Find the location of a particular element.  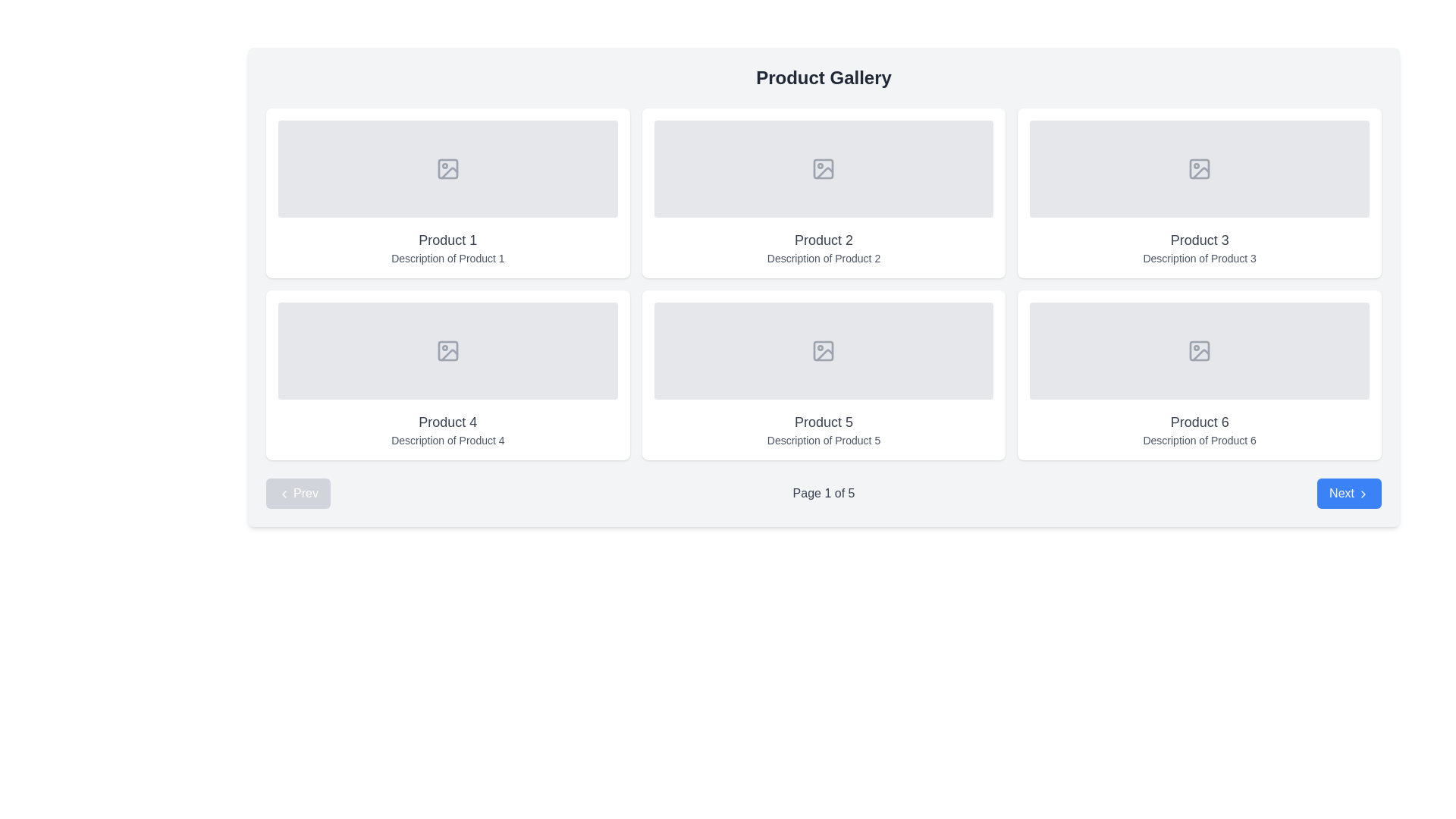

the Label displaying the name or title of the product located in the third product card on the top row of the product gallery grid, which is above the text 'Description of Product 3' is located at coordinates (1199, 239).